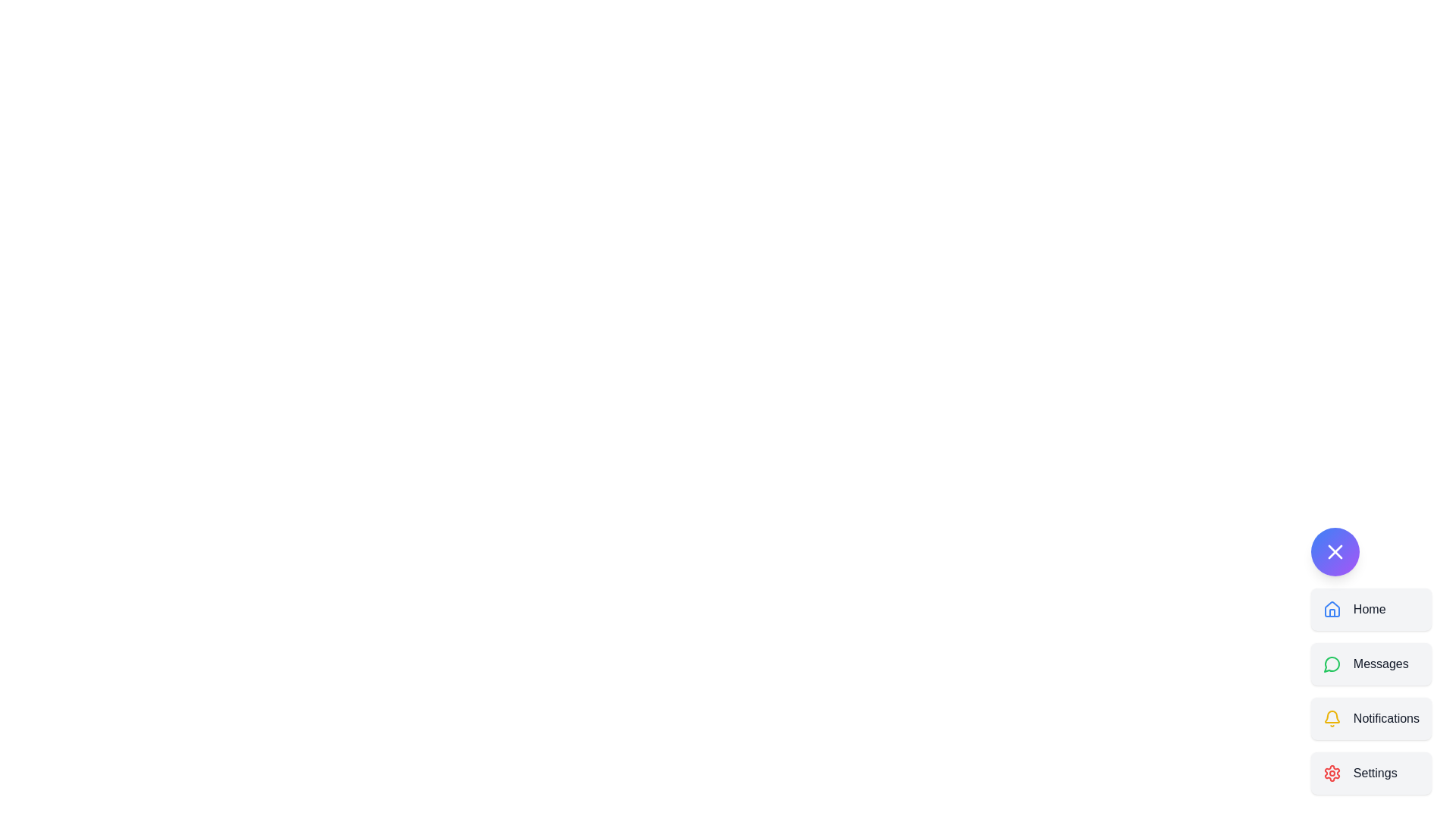 The image size is (1456, 819). What do you see at coordinates (1335, 552) in the screenshot?
I see `the diagonal cross ('X') icon located at the top right corner of the floating sidebar menu` at bounding box center [1335, 552].